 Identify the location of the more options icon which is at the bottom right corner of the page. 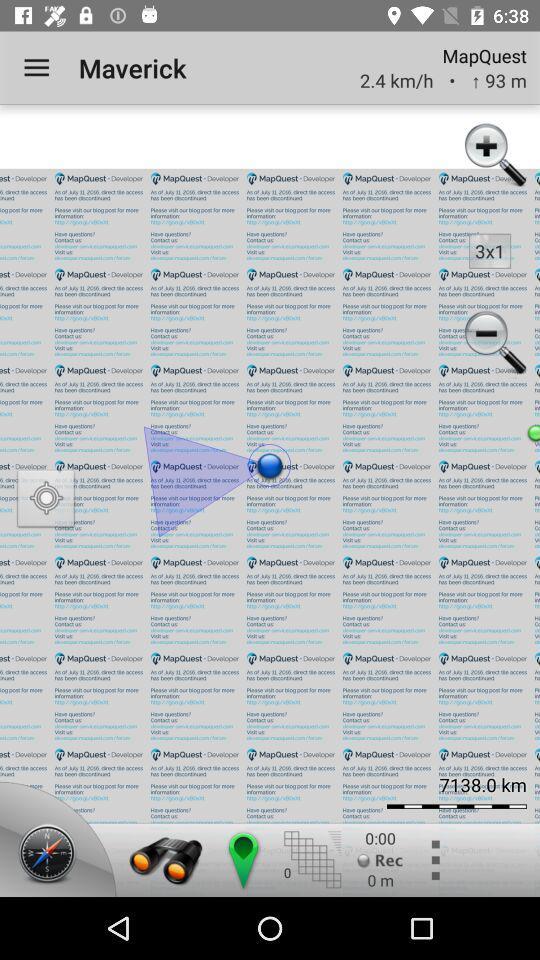
(433, 859).